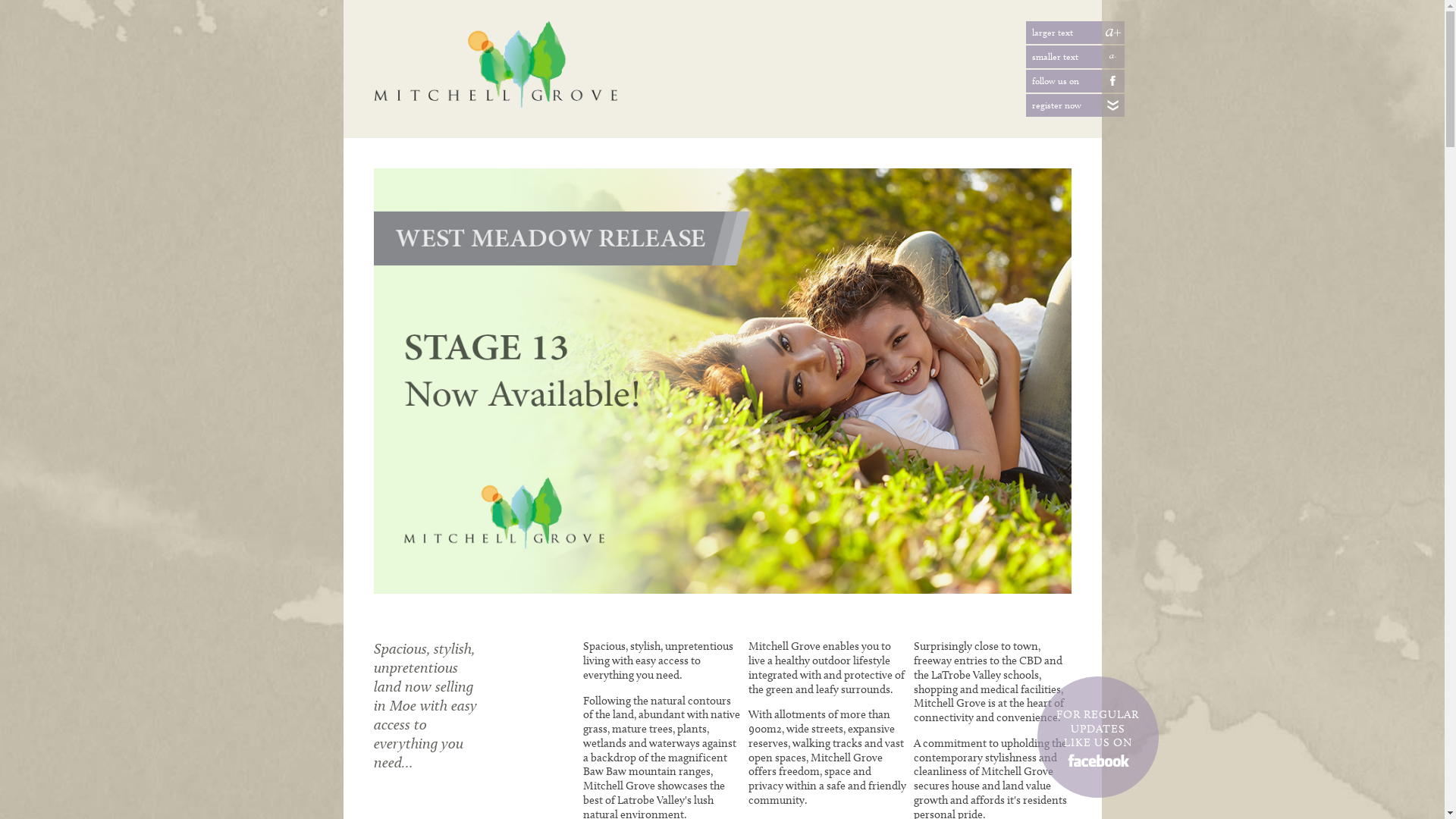 The width and height of the screenshot is (1456, 819). I want to click on 'register now', so click(1100, 104).